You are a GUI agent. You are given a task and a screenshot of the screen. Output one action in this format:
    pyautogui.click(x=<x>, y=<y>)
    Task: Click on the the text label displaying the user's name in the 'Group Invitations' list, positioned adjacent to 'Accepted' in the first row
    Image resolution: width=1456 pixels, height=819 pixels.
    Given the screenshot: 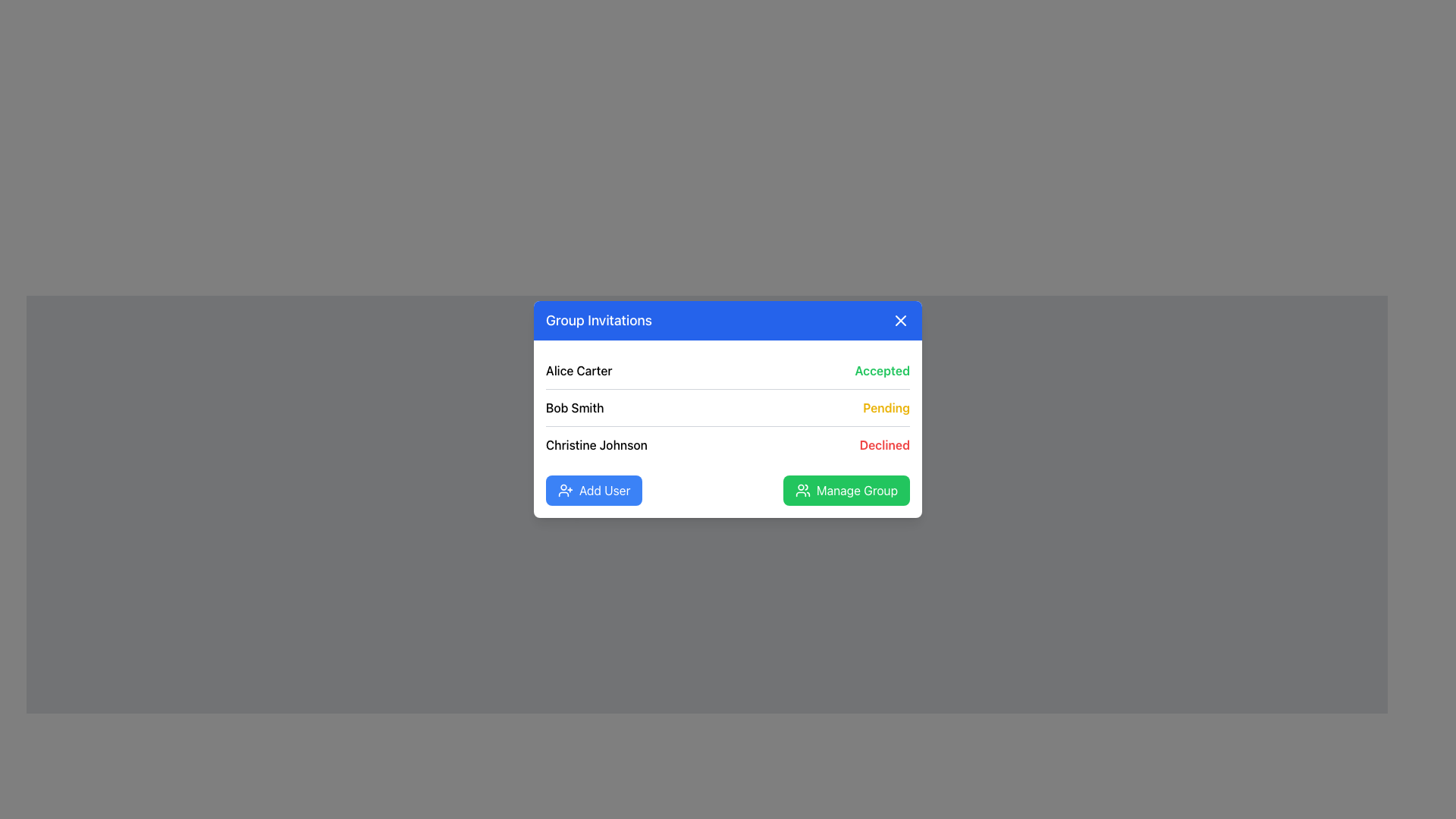 What is the action you would take?
    pyautogui.click(x=578, y=371)
    